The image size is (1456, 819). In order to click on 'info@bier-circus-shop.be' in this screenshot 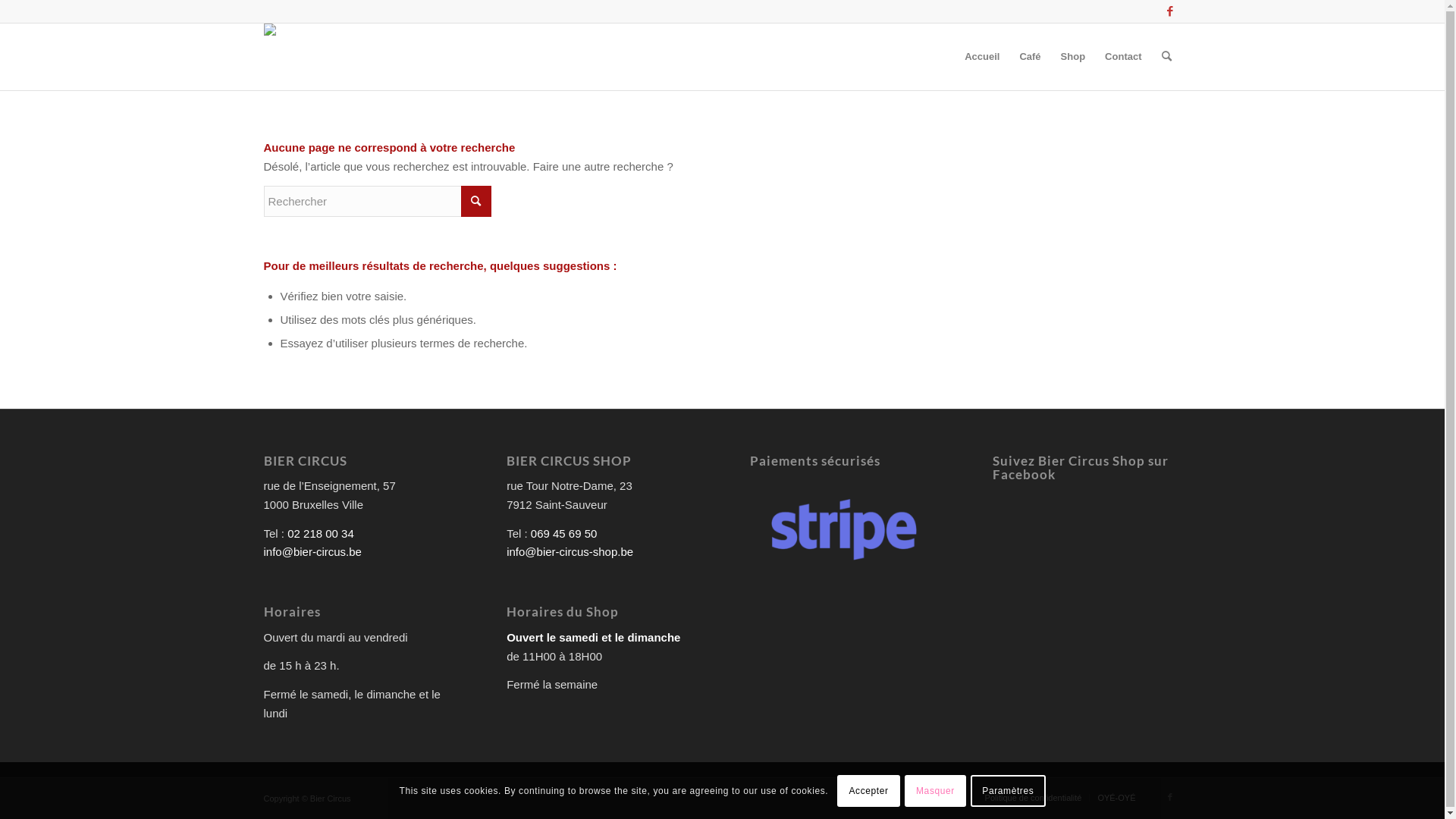, I will do `click(569, 551)`.